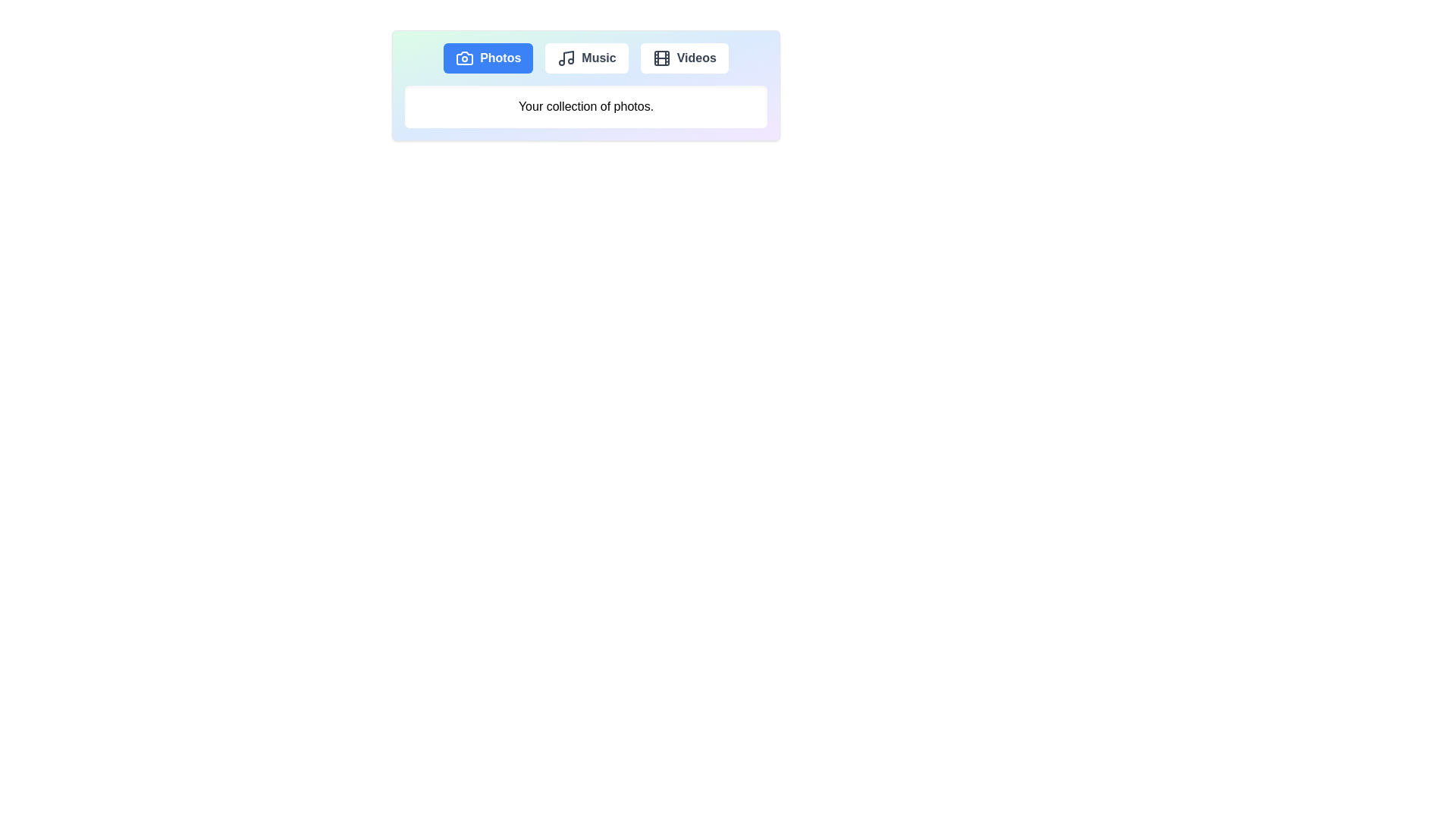 This screenshot has width=1456, height=819. I want to click on the 'Videos' icon located in the button at the top right section of the interface, so click(661, 58).